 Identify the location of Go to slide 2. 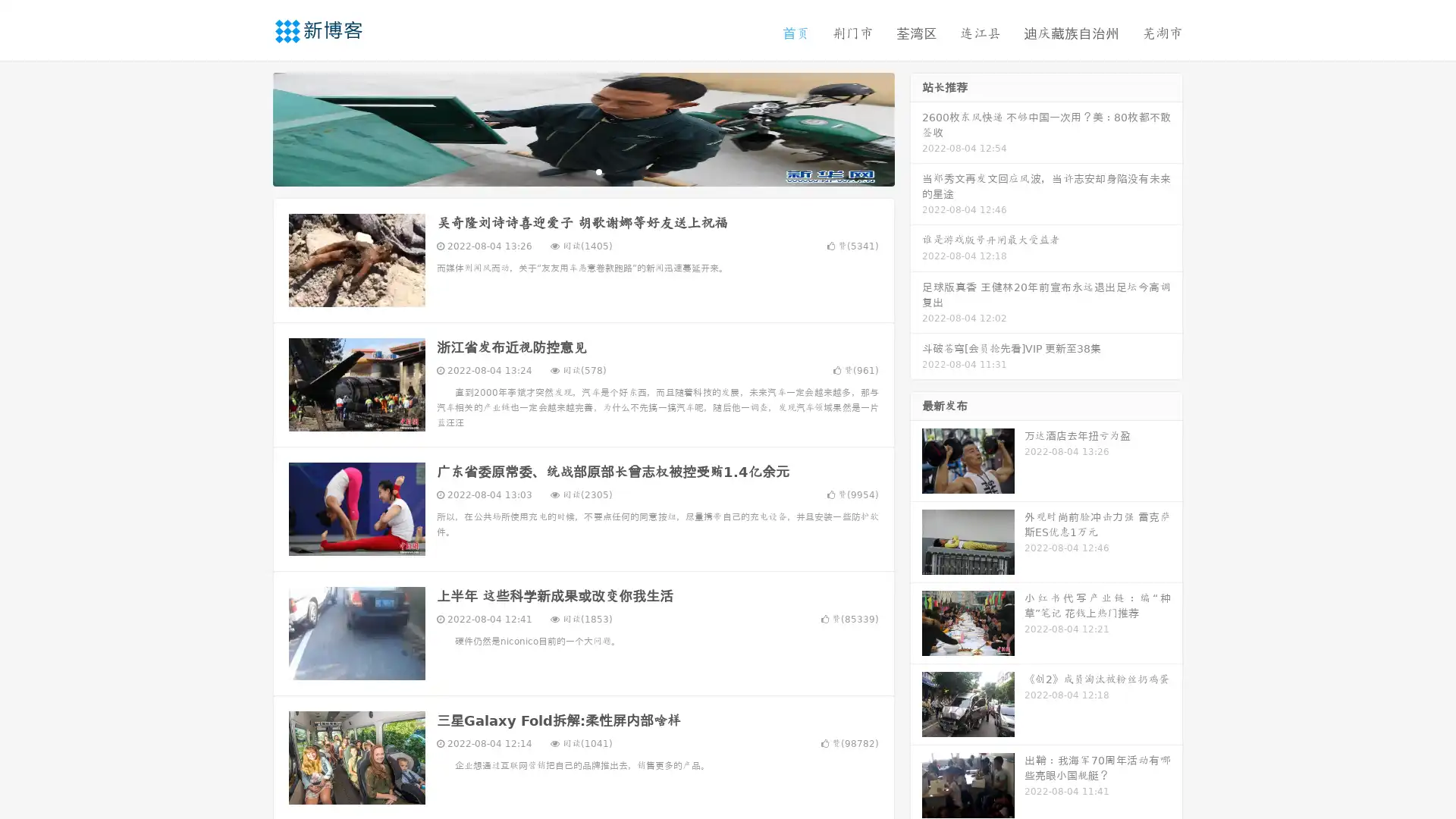
(582, 171).